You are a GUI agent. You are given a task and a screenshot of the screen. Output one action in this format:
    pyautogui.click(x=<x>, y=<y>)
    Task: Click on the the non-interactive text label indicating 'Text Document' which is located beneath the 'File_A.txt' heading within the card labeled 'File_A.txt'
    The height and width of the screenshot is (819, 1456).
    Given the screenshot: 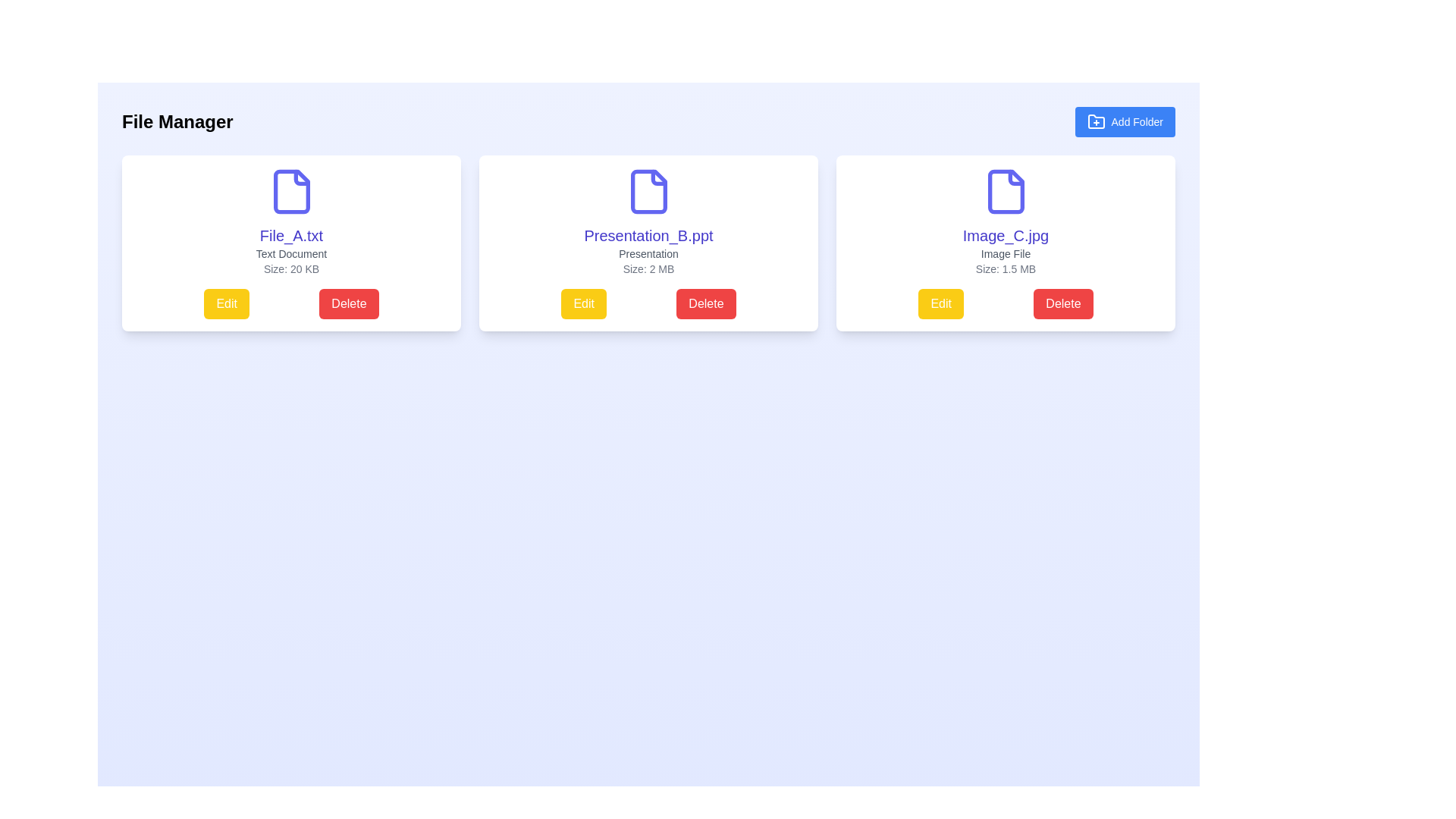 What is the action you would take?
    pyautogui.click(x=291, y=253)
    